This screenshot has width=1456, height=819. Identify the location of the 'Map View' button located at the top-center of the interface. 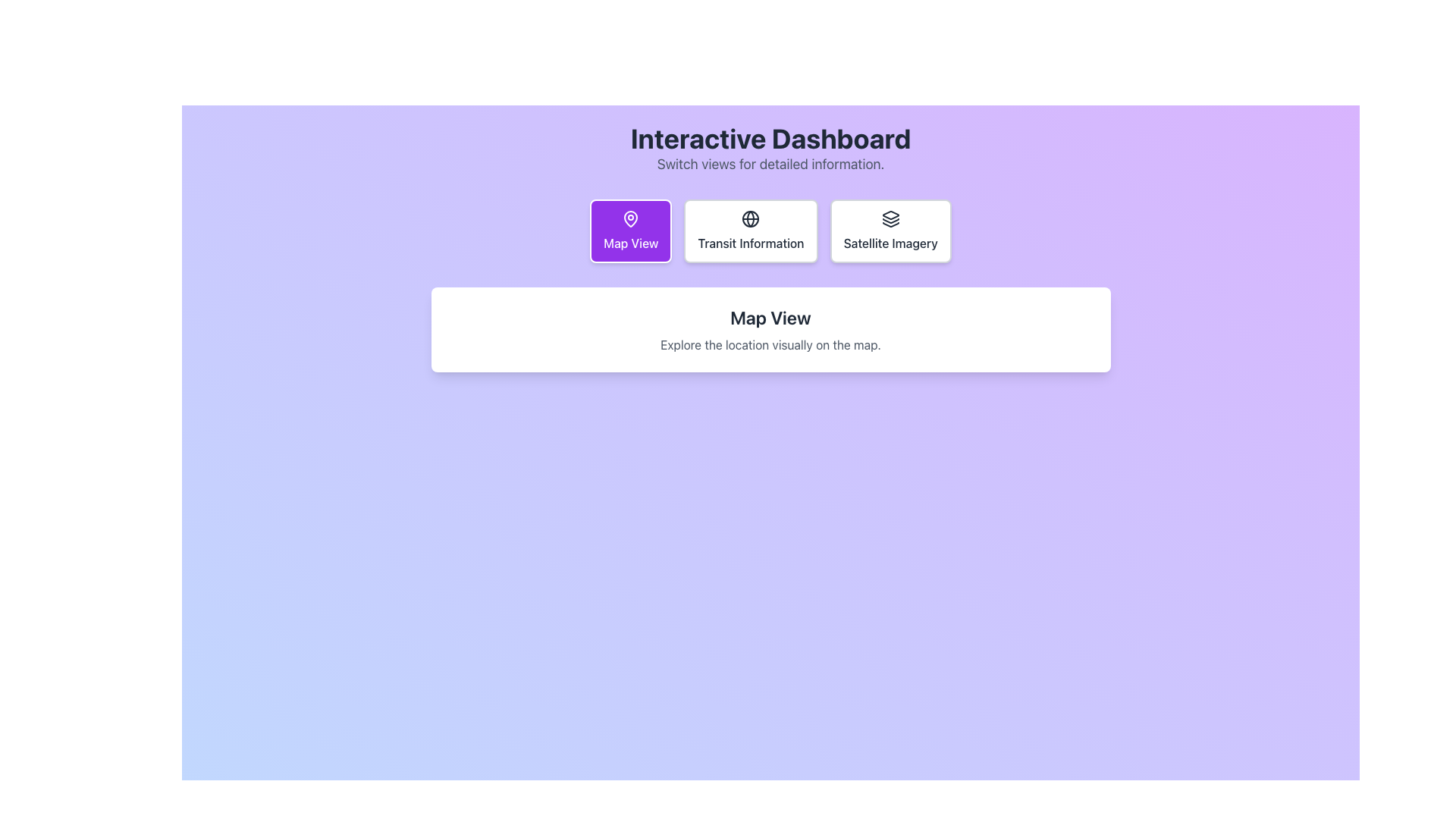
(631, 231).